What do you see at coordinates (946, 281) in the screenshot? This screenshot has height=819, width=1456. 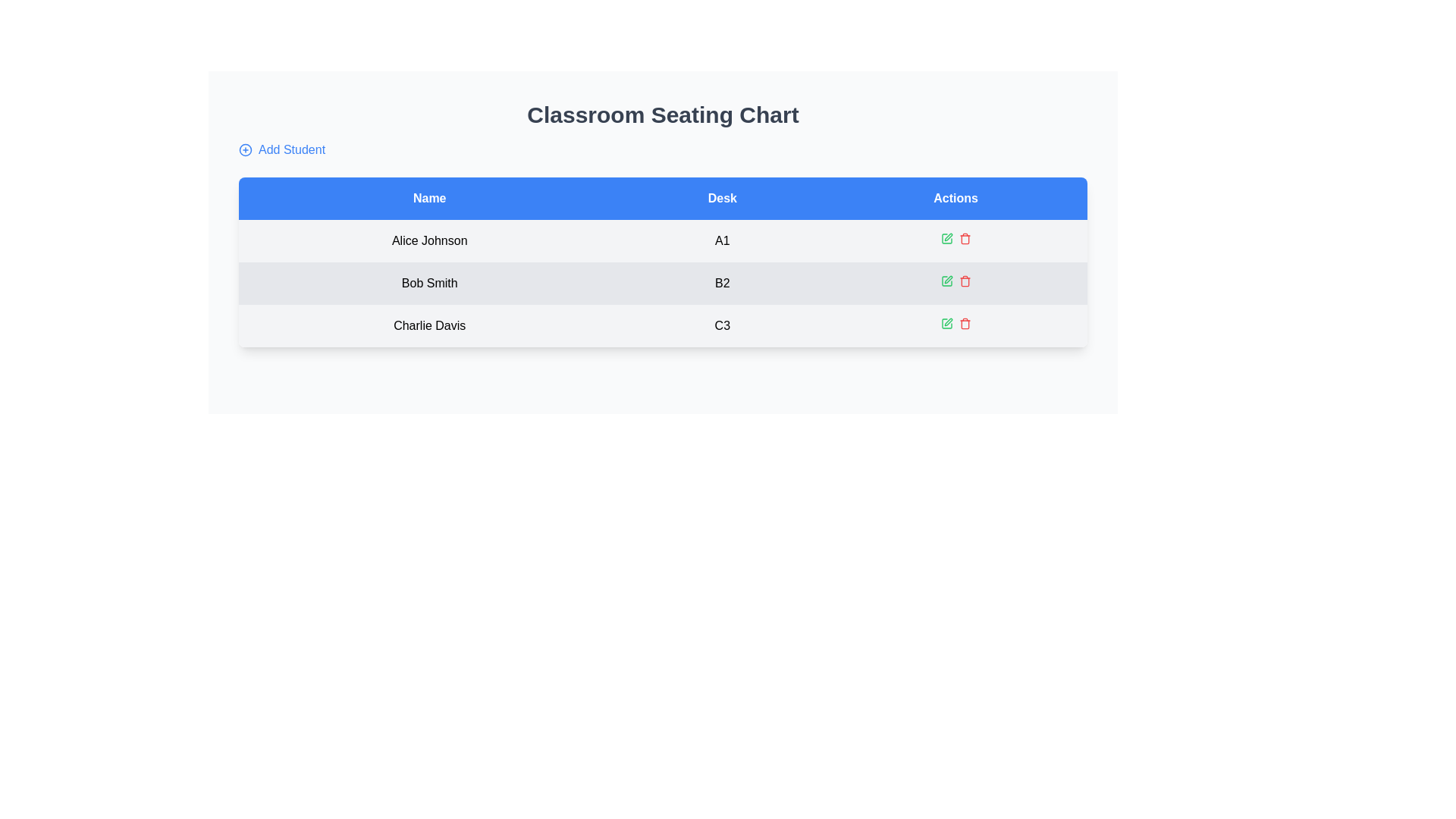 I see `the edit button in the 'Actions' column for the row corresponding to Bob Smith` at bounding box center [946, 281].